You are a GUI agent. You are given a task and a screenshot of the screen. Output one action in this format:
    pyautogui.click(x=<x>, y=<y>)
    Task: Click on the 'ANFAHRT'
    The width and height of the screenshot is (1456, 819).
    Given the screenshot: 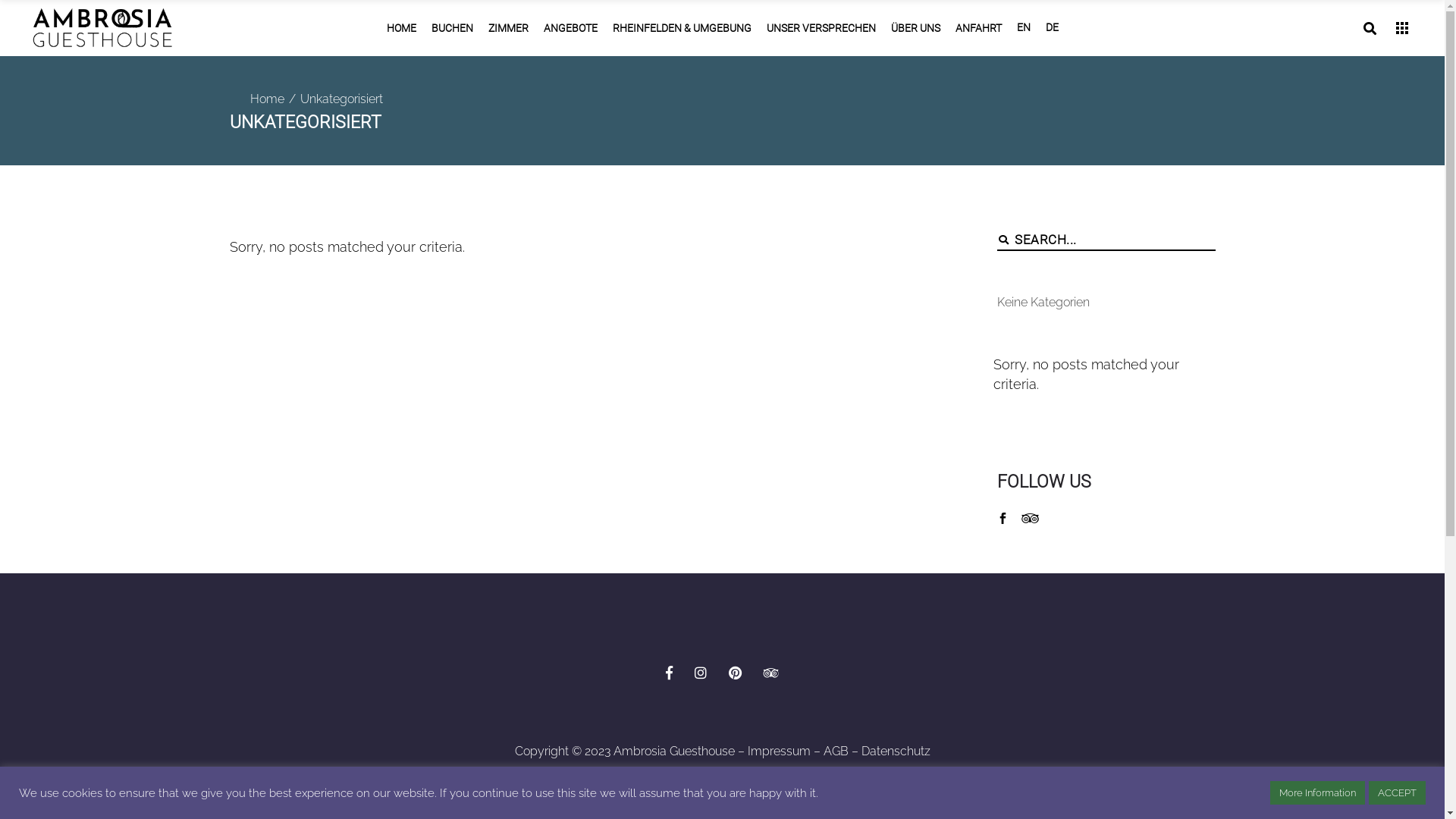 What is the action you would take?
    pyautogui.click(x=978, y=28)
    